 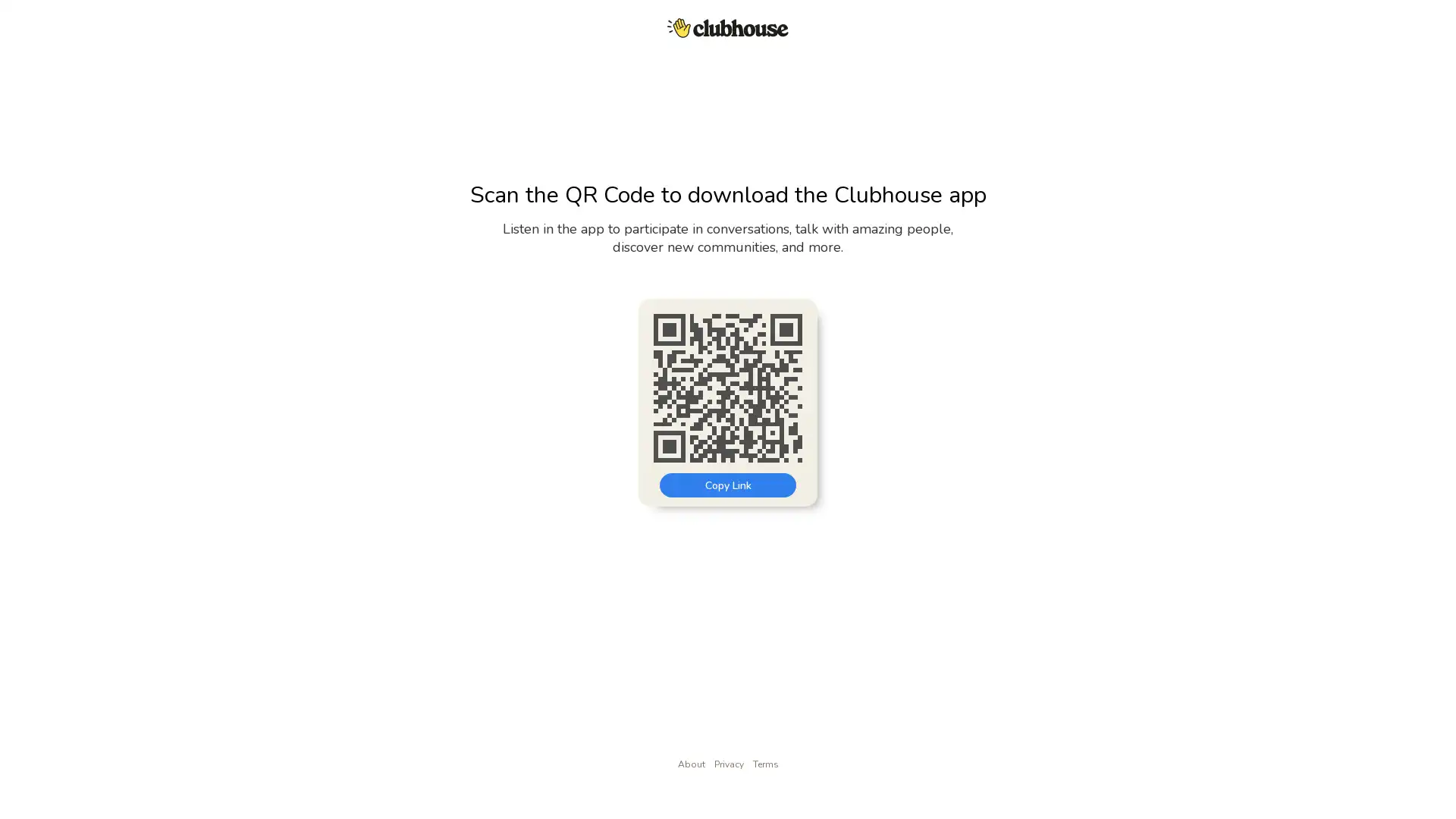 What do you see at coordinates (728, 485) in the screenshot?
I see `Copy Link` at bounding box center [728, 485].